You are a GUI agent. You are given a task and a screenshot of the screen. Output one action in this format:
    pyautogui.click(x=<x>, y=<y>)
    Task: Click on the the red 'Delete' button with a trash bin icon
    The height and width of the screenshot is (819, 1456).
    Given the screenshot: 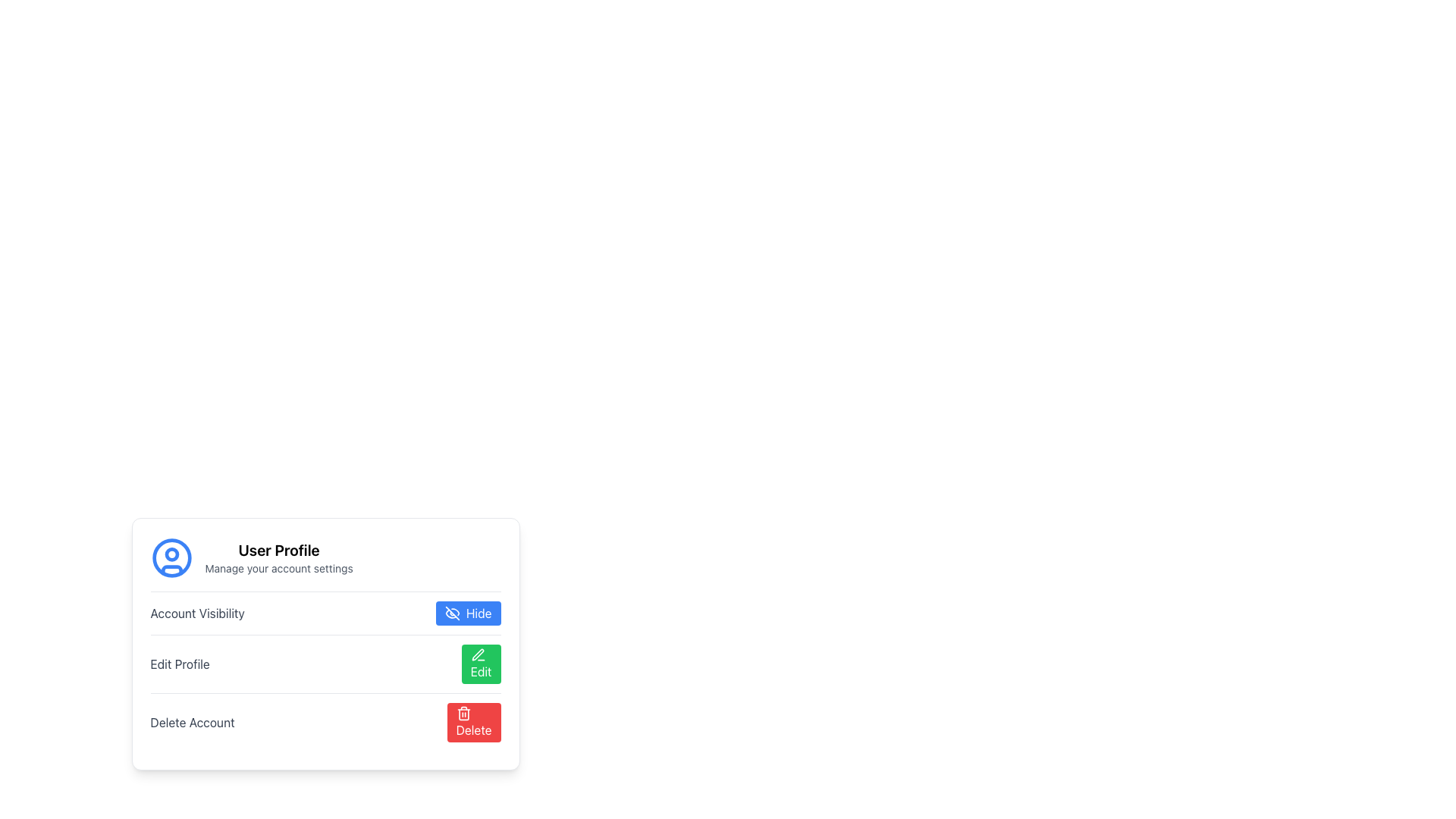 What is the action you would take?
    pyautogui.click(x=472, y=721)
    